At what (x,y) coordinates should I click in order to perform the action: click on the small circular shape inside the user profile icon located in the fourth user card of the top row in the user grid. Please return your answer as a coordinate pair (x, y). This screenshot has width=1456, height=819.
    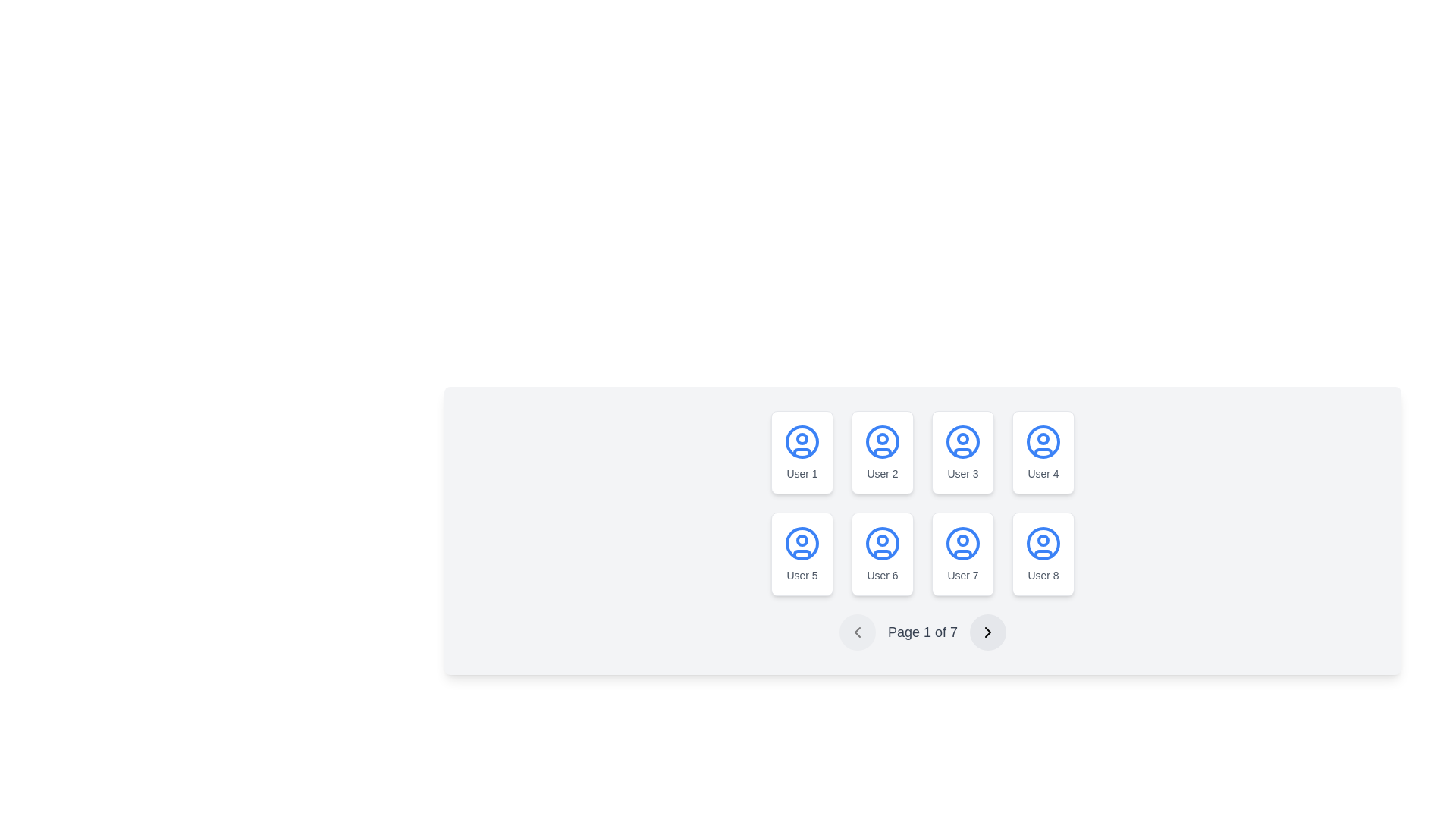
    Looking at the image, I should click on (1043, 438).